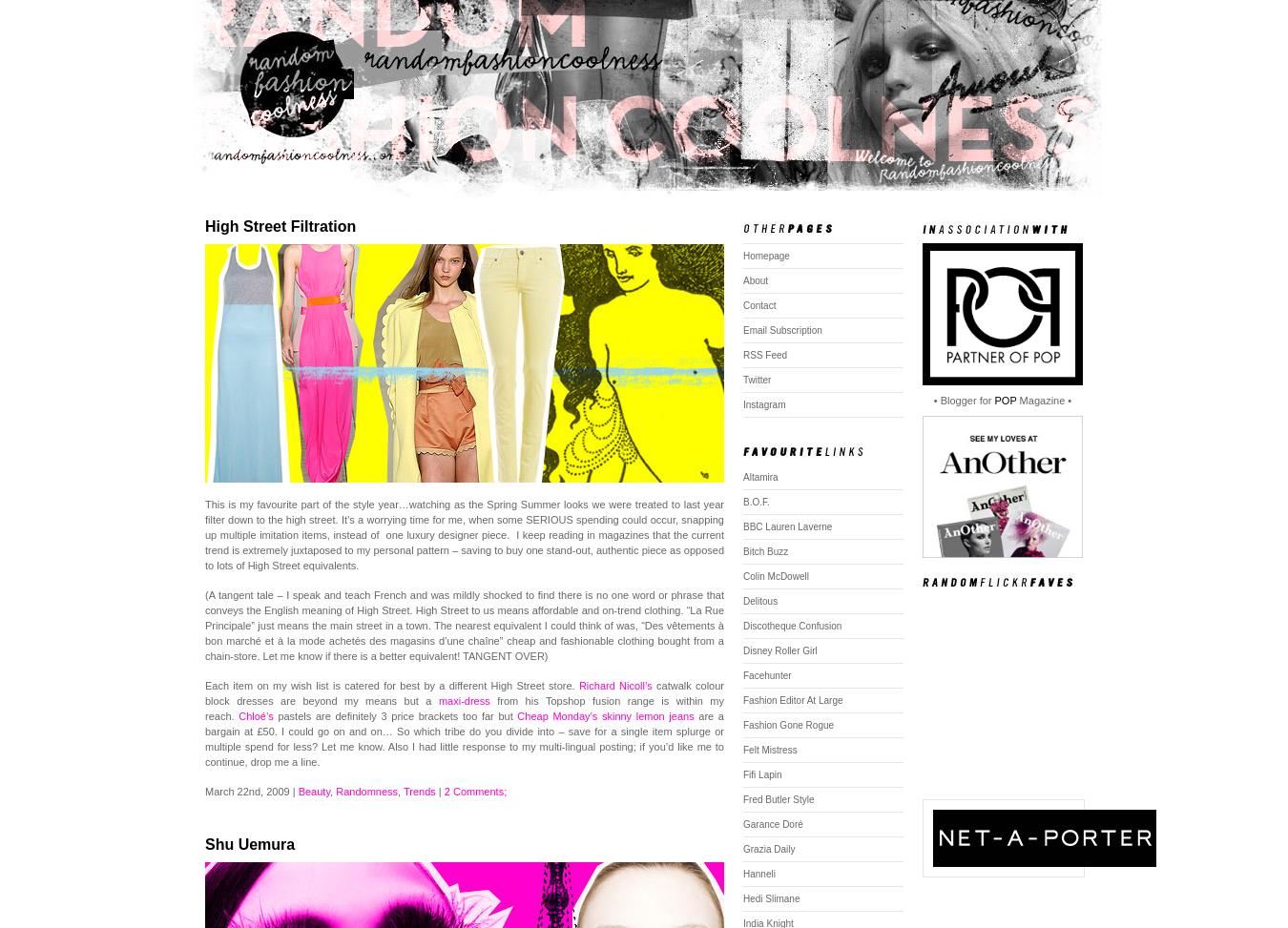 This screenshot has width=1288, height=928. I want to click on 'Homepage', so click(765, 255).